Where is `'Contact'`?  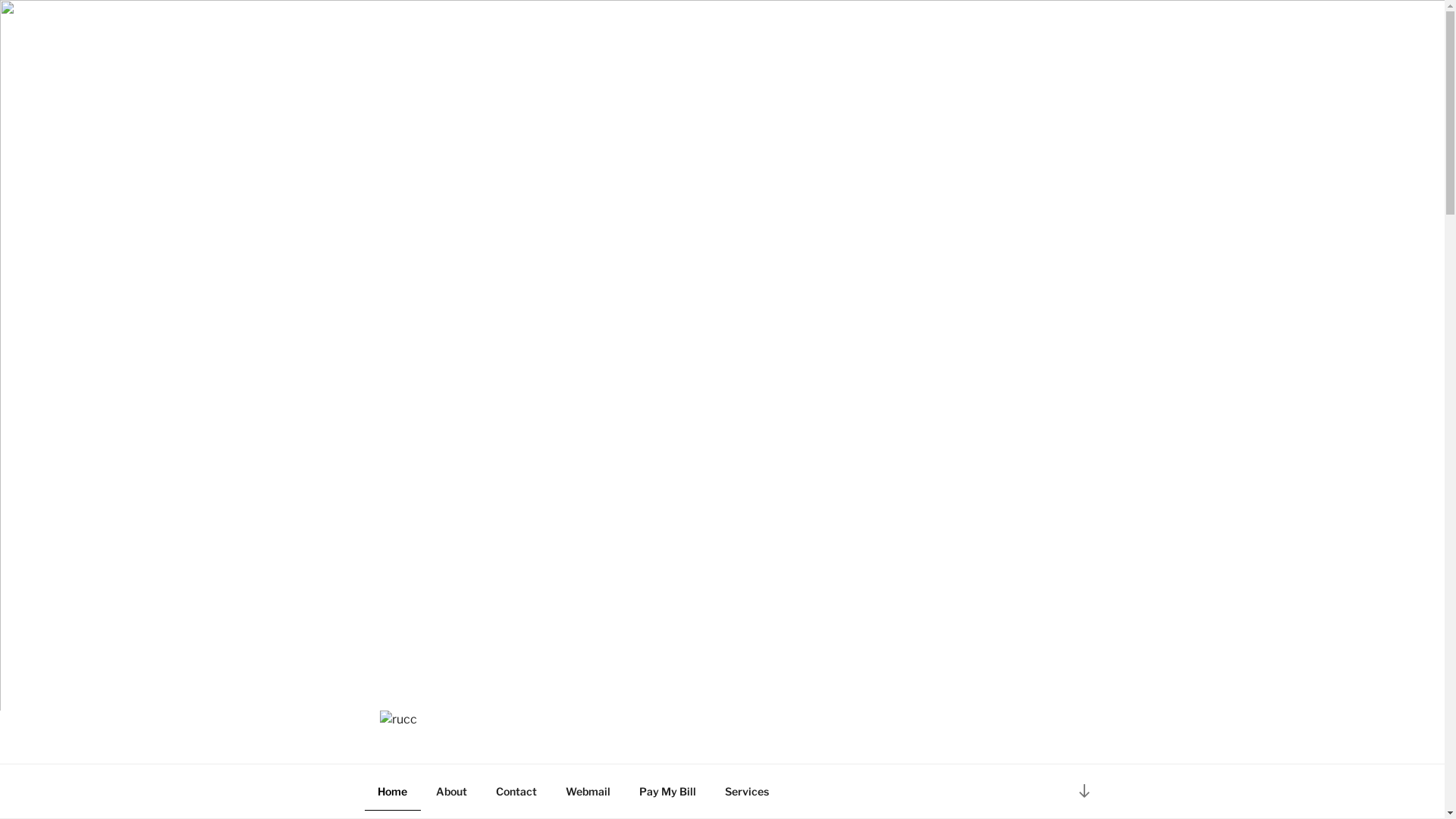 'Contact' is located at coordinates (516, 789).